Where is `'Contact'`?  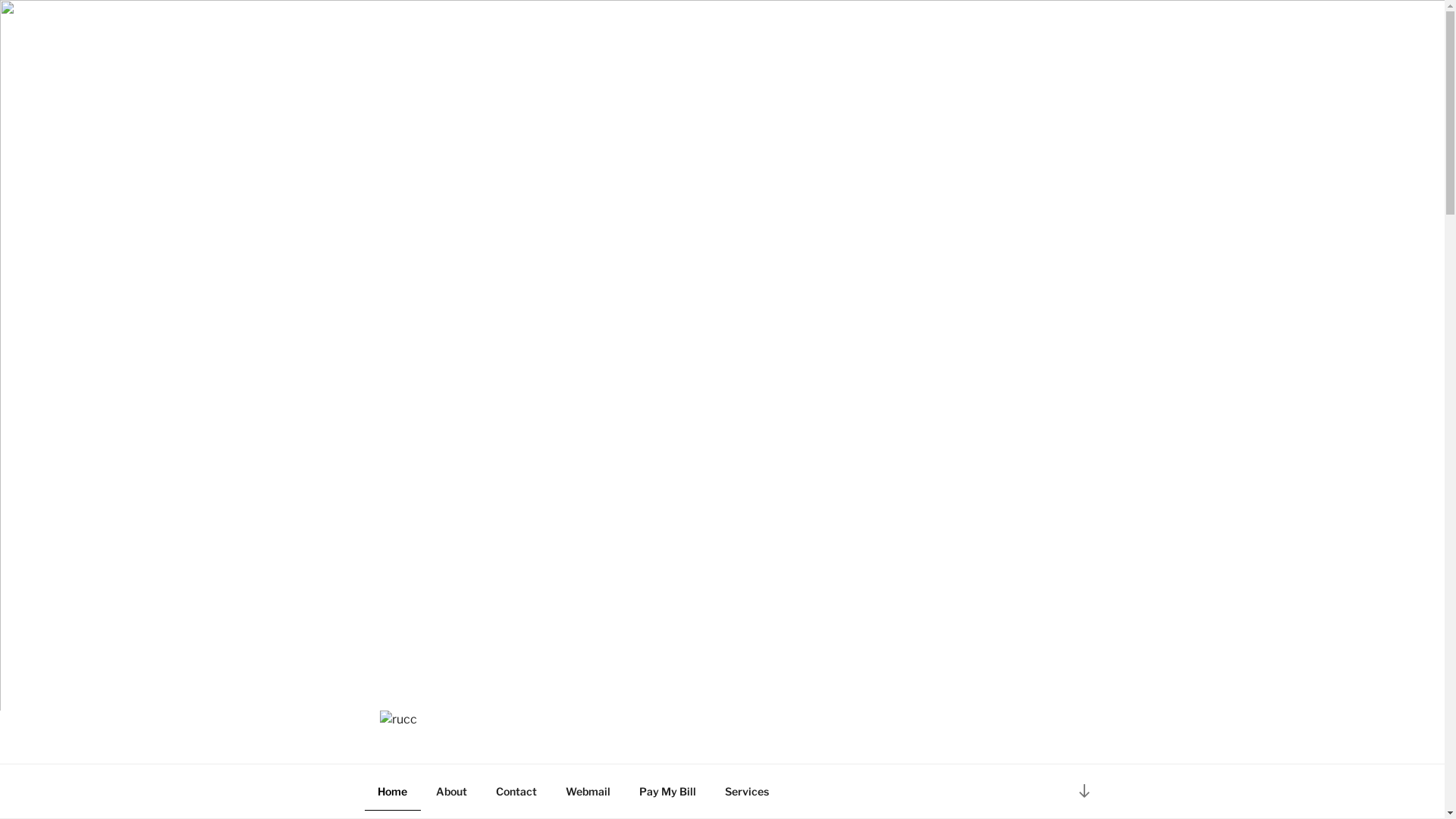 'Contact' is located at coordinates (516, 789).